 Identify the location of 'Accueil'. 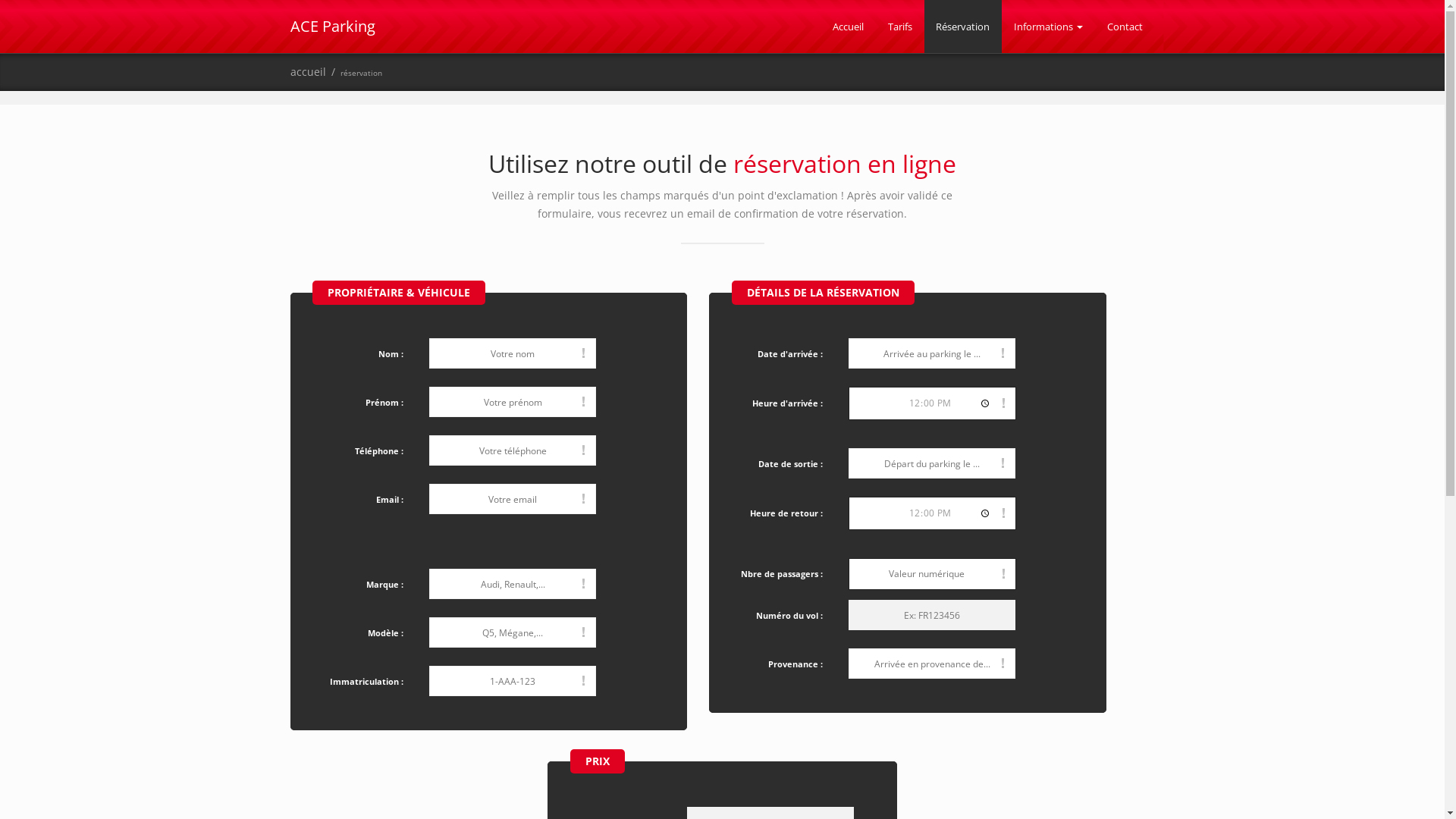
(847, 26).